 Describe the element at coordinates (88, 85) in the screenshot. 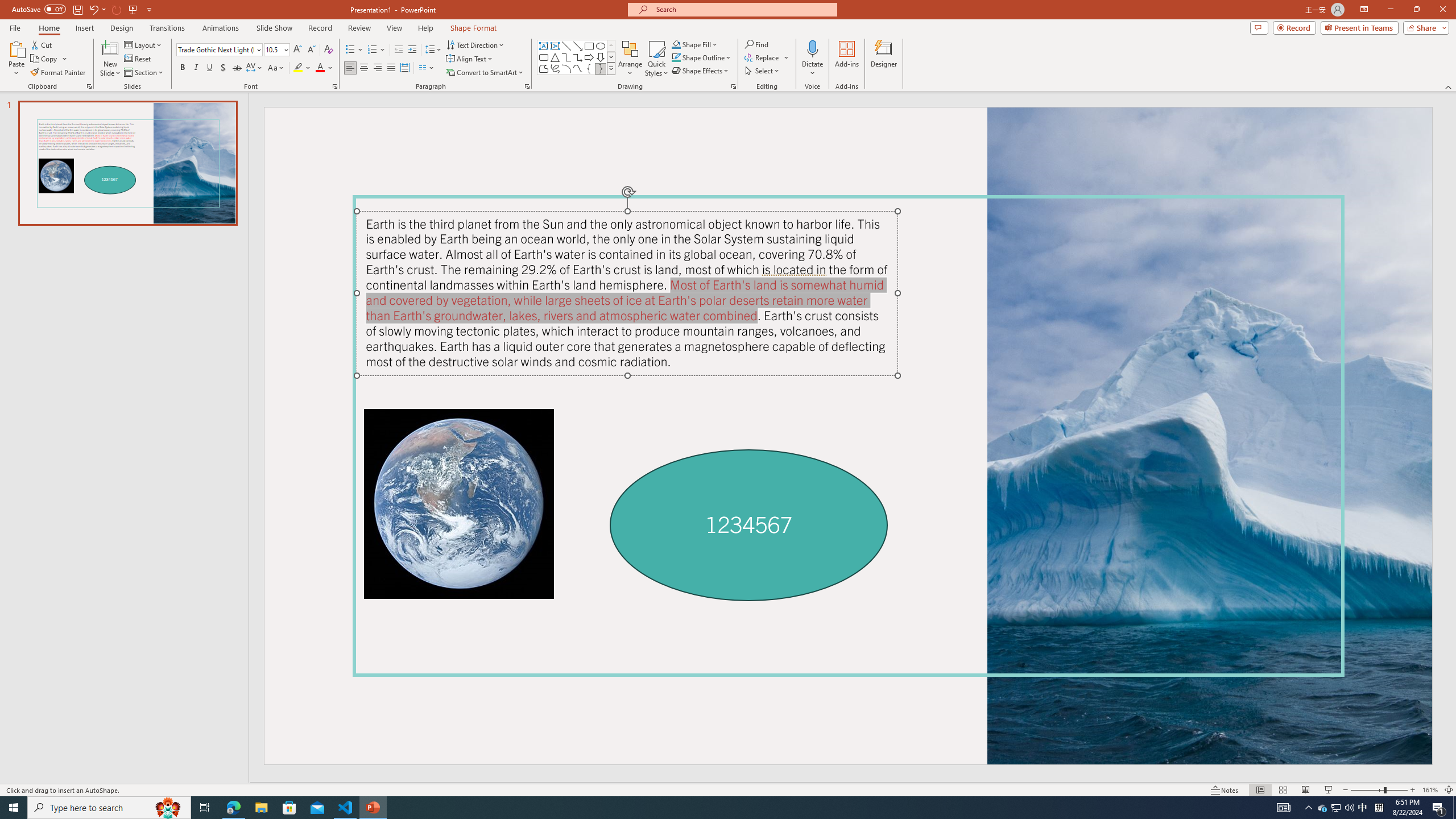

I see `'Office Clipboard...'` at that location.